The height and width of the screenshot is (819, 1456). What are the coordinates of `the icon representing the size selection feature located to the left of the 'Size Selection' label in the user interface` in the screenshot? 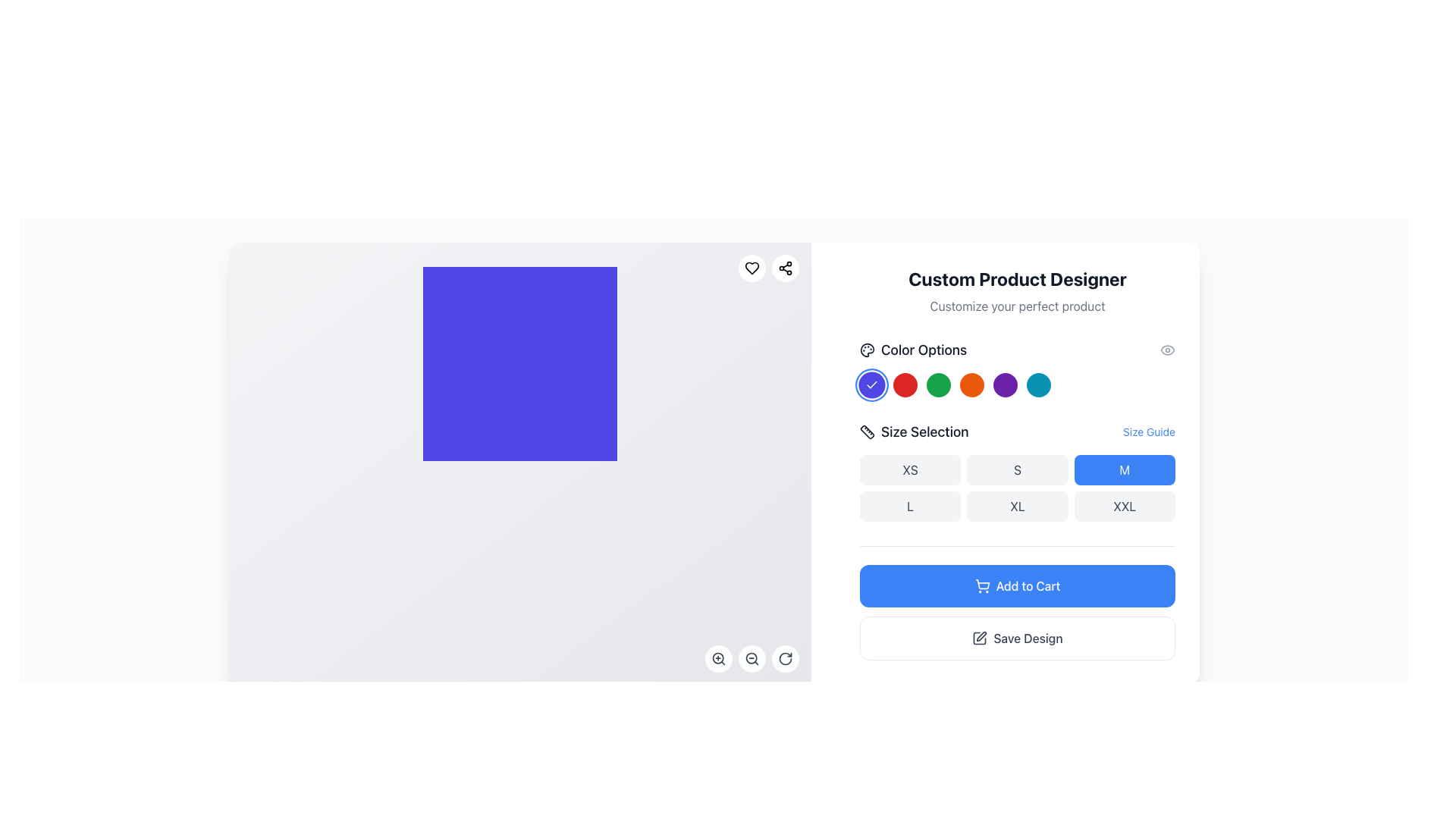 It's located at (867, 432).